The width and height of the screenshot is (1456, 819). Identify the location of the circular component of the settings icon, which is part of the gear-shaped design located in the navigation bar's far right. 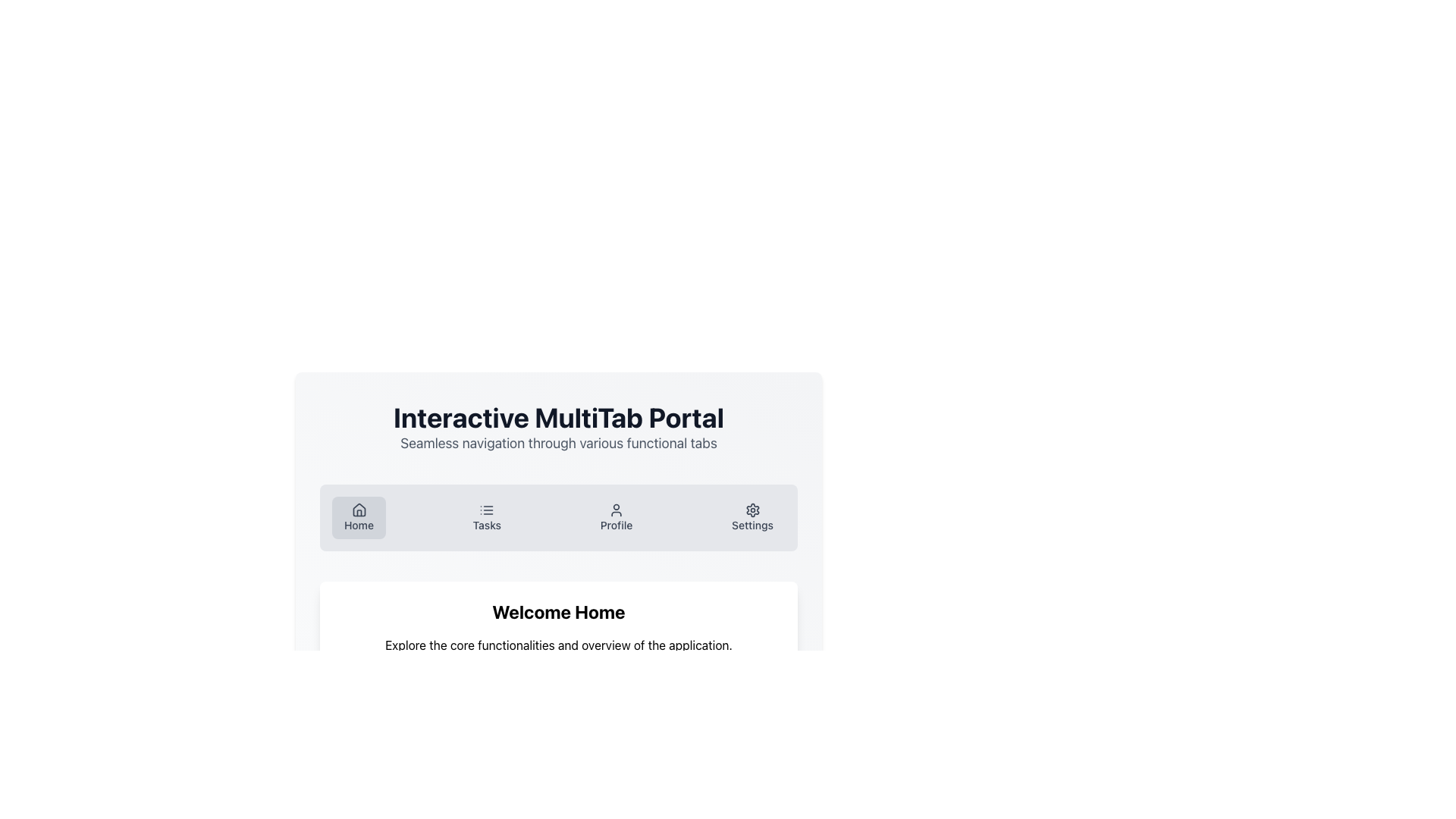
(752, 510).